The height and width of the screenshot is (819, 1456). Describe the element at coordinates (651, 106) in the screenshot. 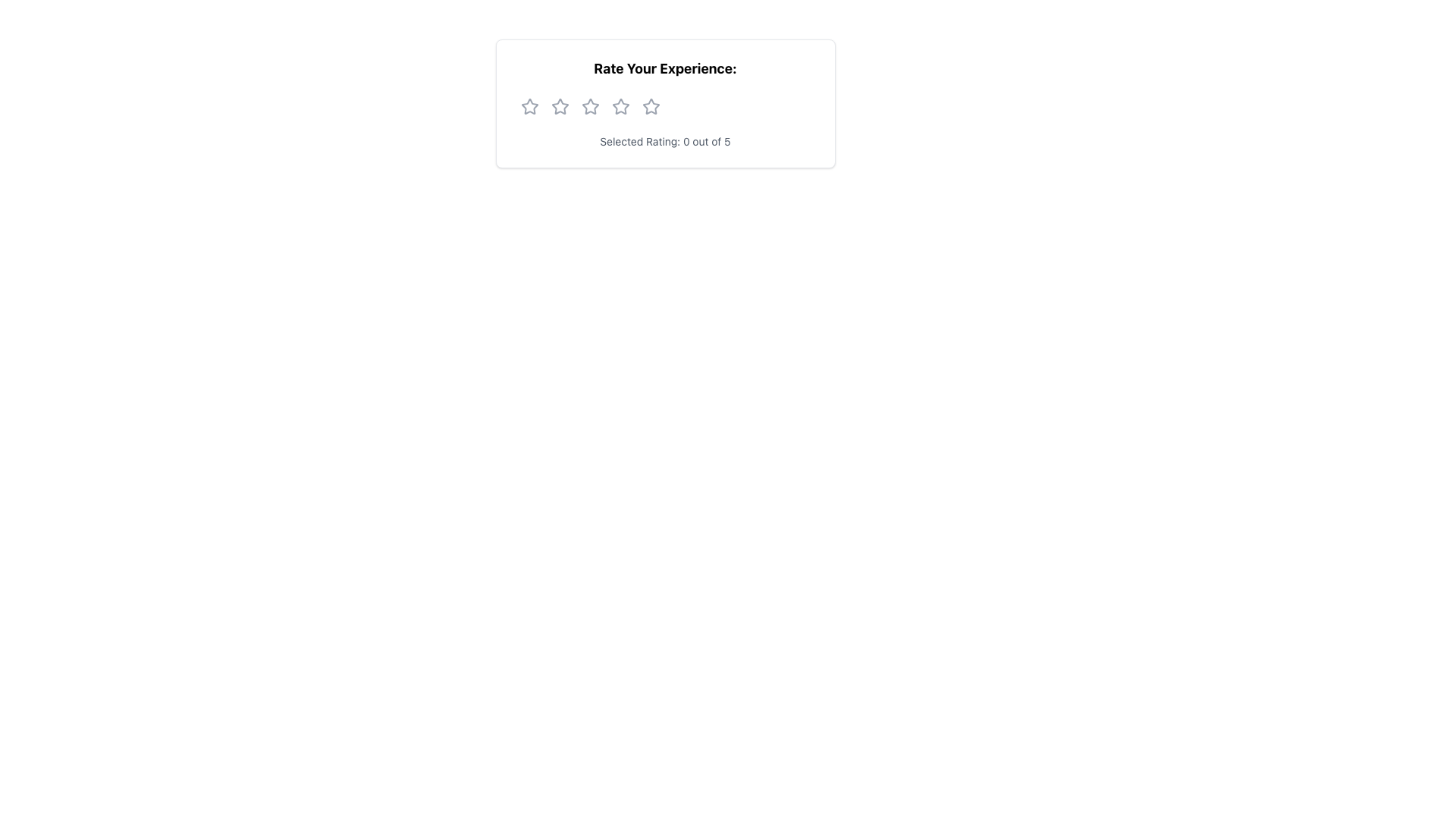

I see `the fifth star icon in the 'Rate Your Experience' section` at that location.